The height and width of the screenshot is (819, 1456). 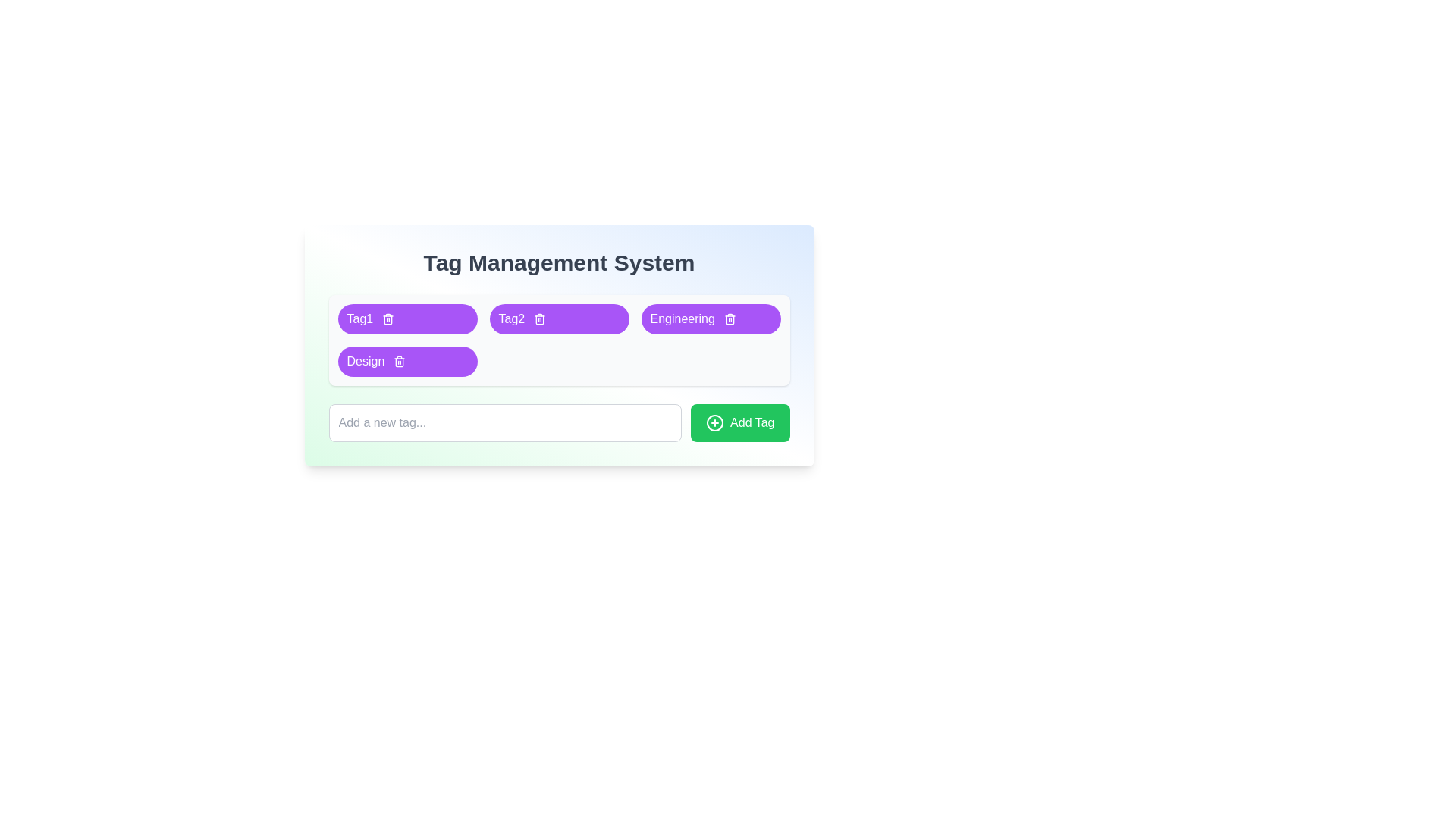 I want to click on the 'Engineering' tag, which is a pill-shaped label with a trash bin icon on the right, styled in vivid purple with white bold text, so click(x=710, y=318).